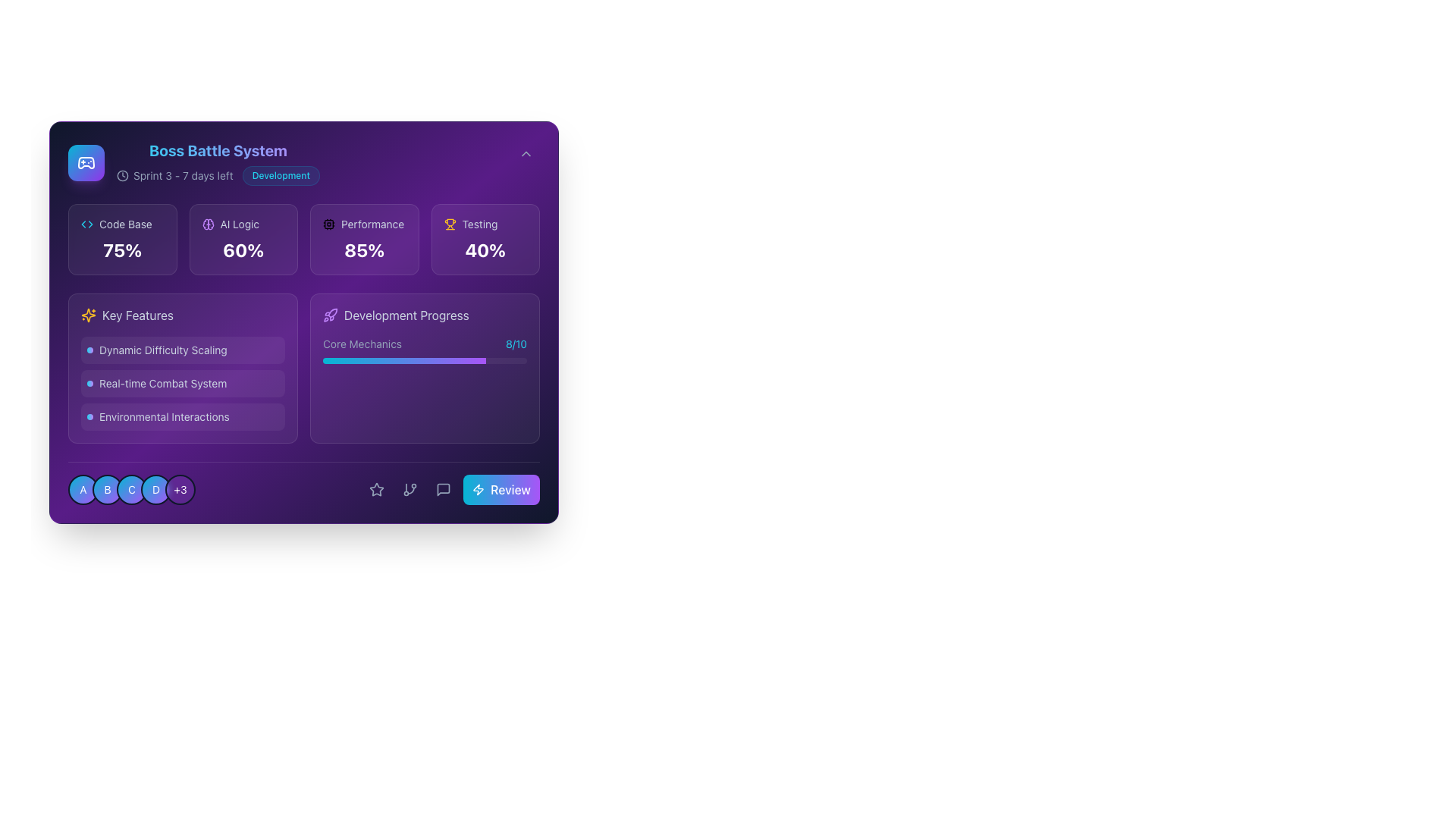 Image resolution: width=1456 pixels, height=819 pixels. What do you see at coordinates (122, 224) in the screenshot?
I see `the Label with icon that serves as a title for the 'Code Base' section, which is located at the top-left corner of its section, distinct from surrounding elements` at bounding box center [122, 224].